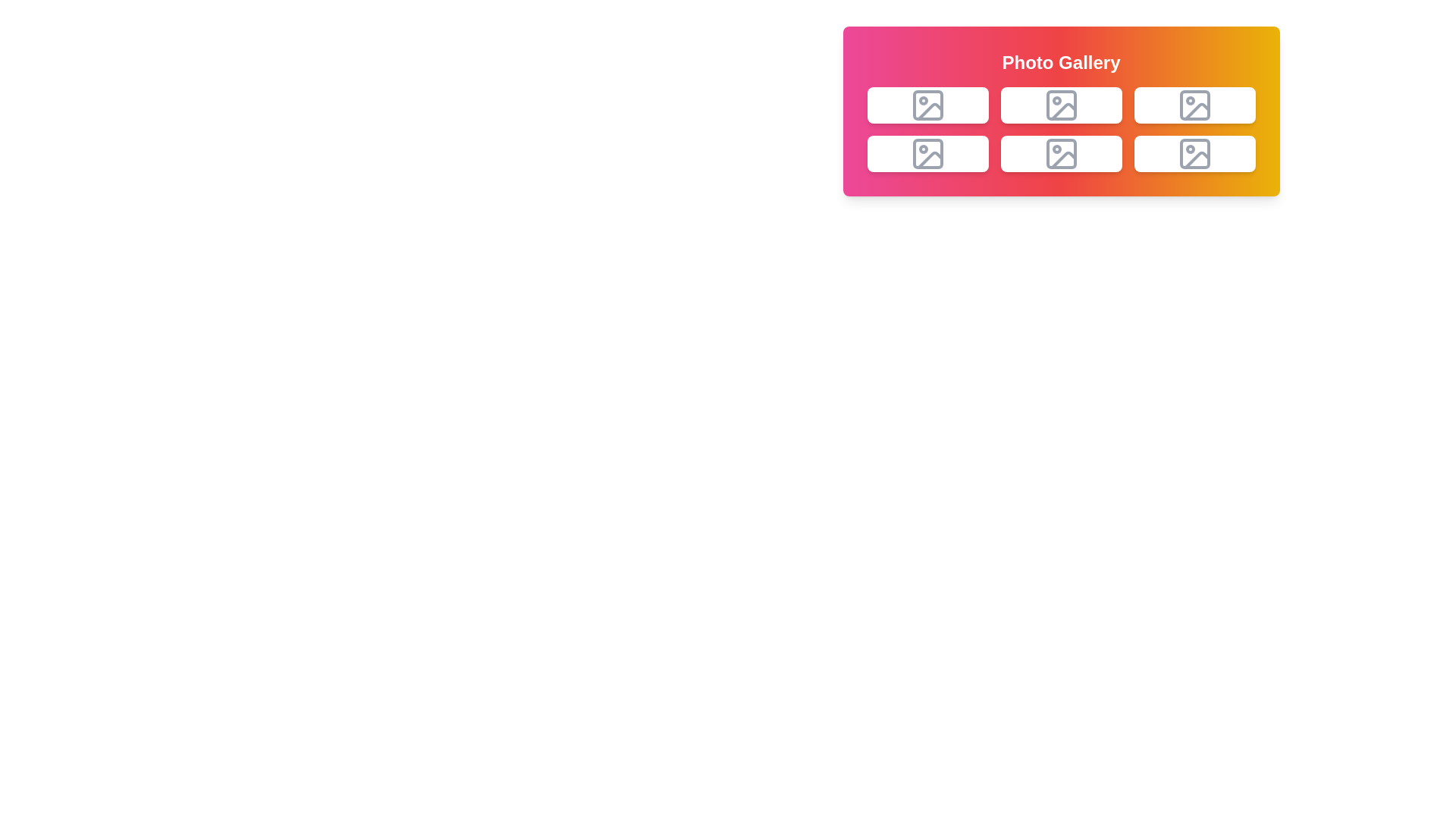 This screenshot has height=819, width=1456. Describe the element at coordinates (1060, 104) in the screenshot. I see `the second image icon in the top row of the Photo Gallery` at that location.